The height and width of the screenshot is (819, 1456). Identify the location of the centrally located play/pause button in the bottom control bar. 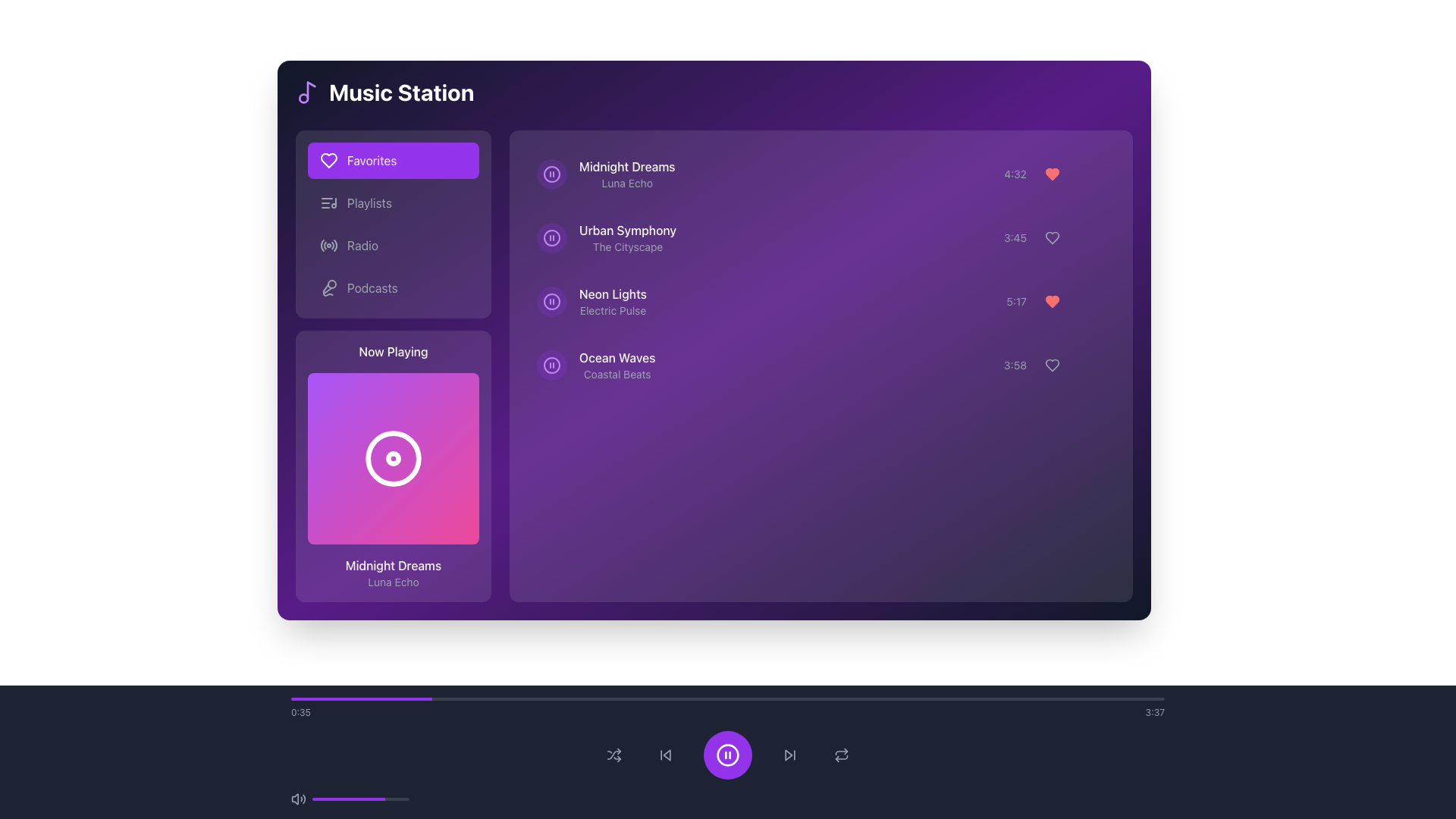
(728, 755).